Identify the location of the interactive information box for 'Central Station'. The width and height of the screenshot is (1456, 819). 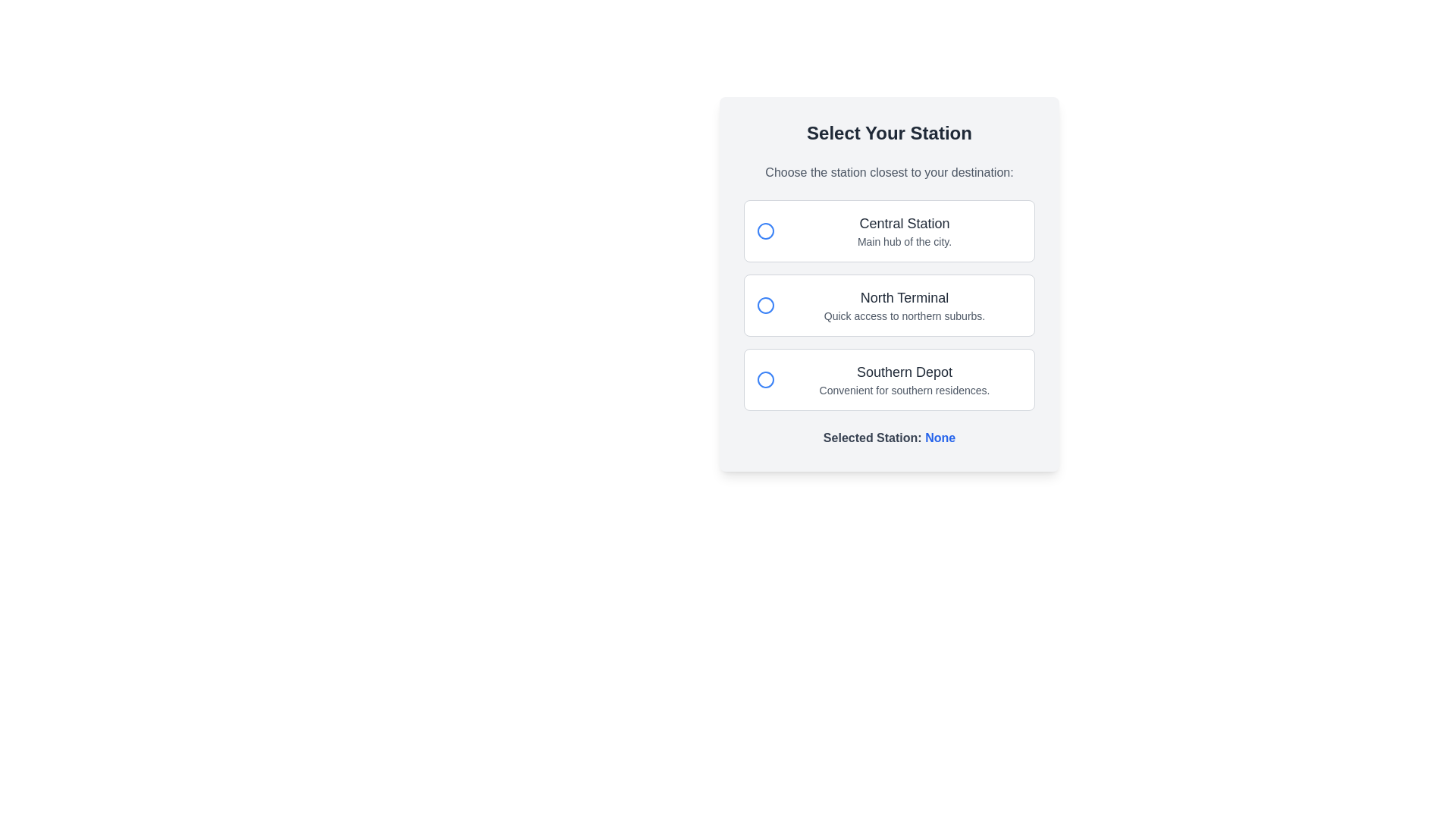
(889, 231).